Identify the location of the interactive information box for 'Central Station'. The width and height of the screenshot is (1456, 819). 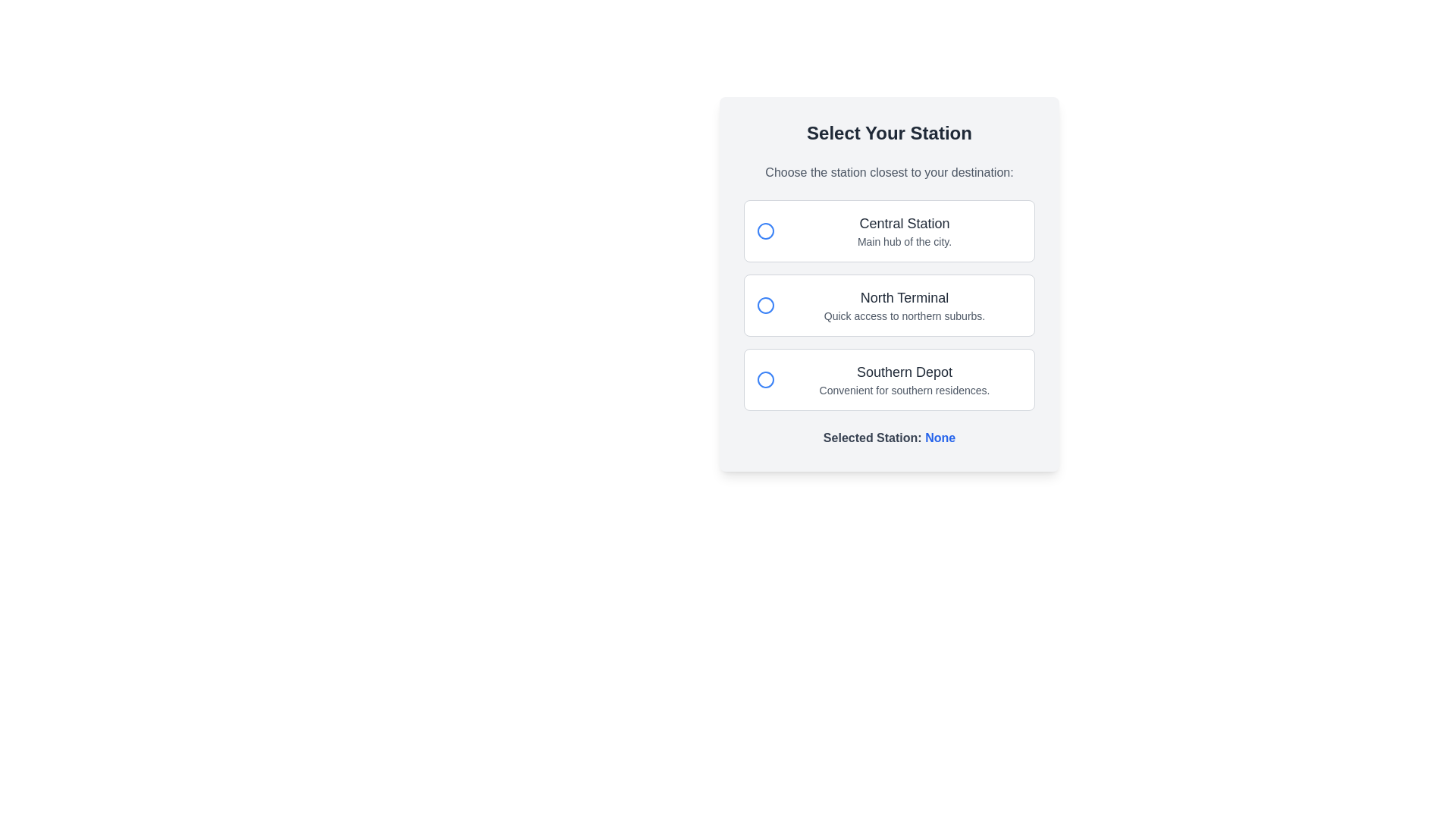
(889, 231).